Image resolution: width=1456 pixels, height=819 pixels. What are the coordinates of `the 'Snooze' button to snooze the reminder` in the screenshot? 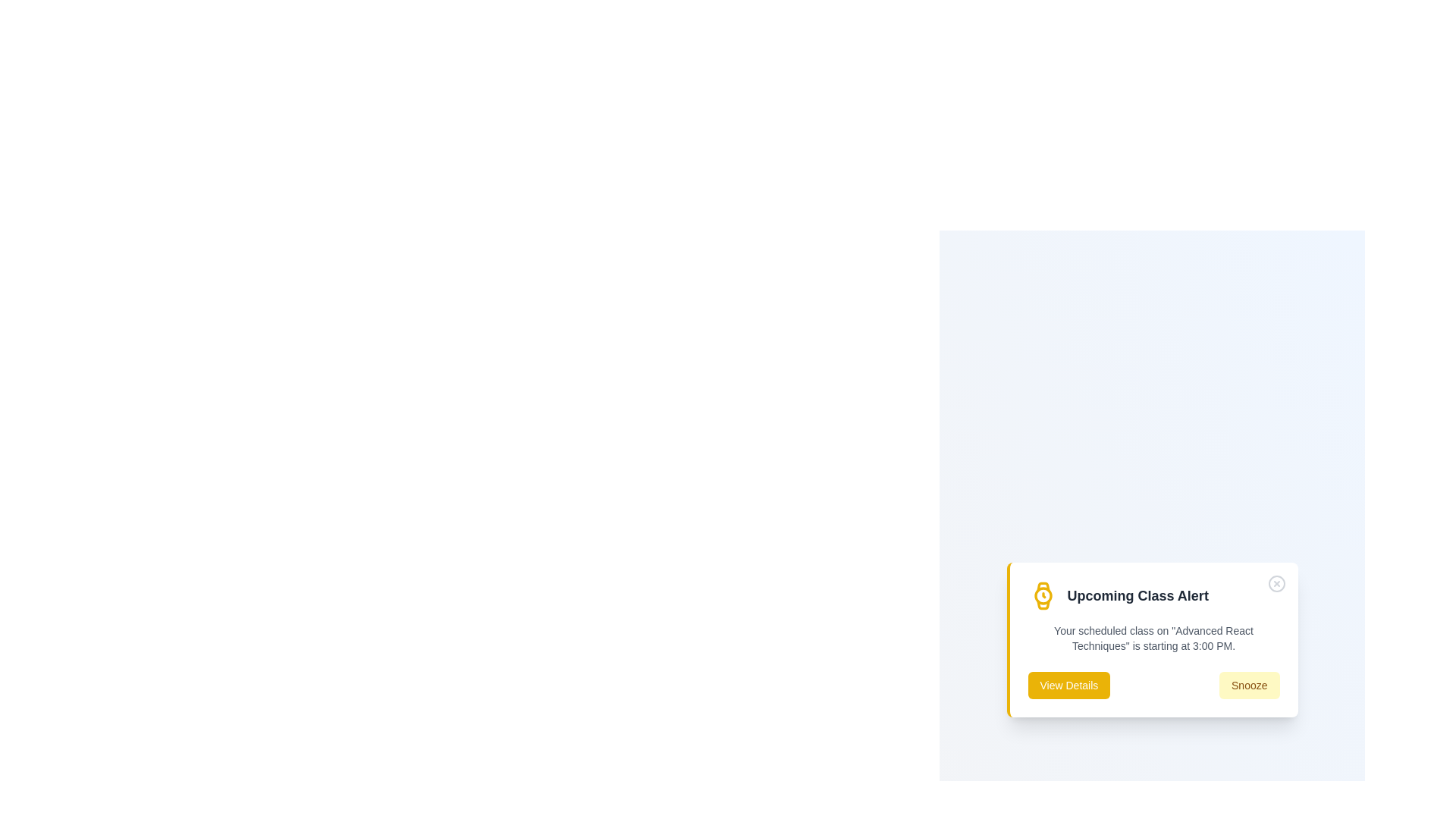 It's located at (1249, 685).